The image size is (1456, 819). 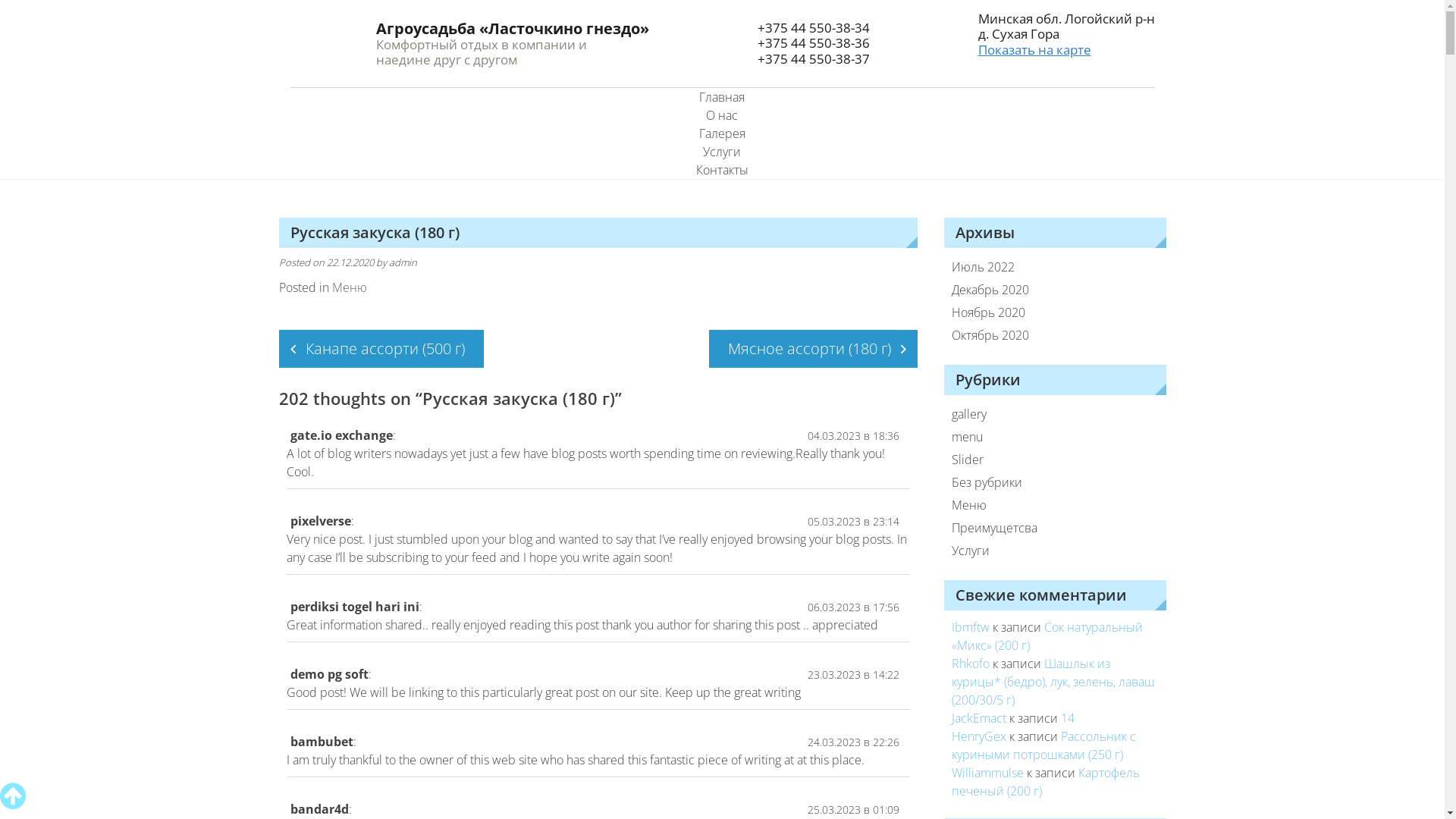 I want to click on '+375 44 550-38-36', so click(x=811, y=42).